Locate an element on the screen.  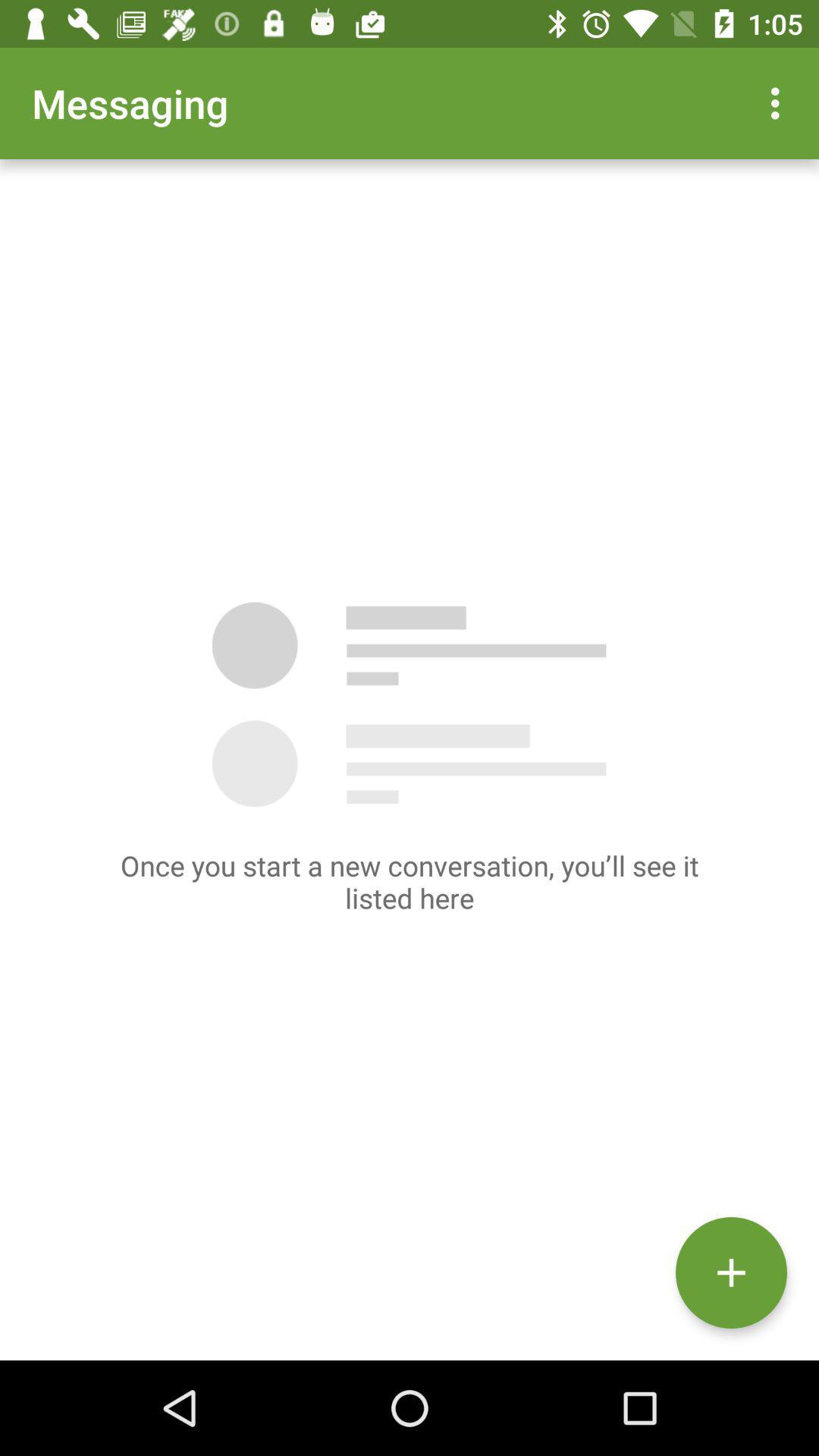
the item to the right of messaging item is located at coordinates (779, 102).